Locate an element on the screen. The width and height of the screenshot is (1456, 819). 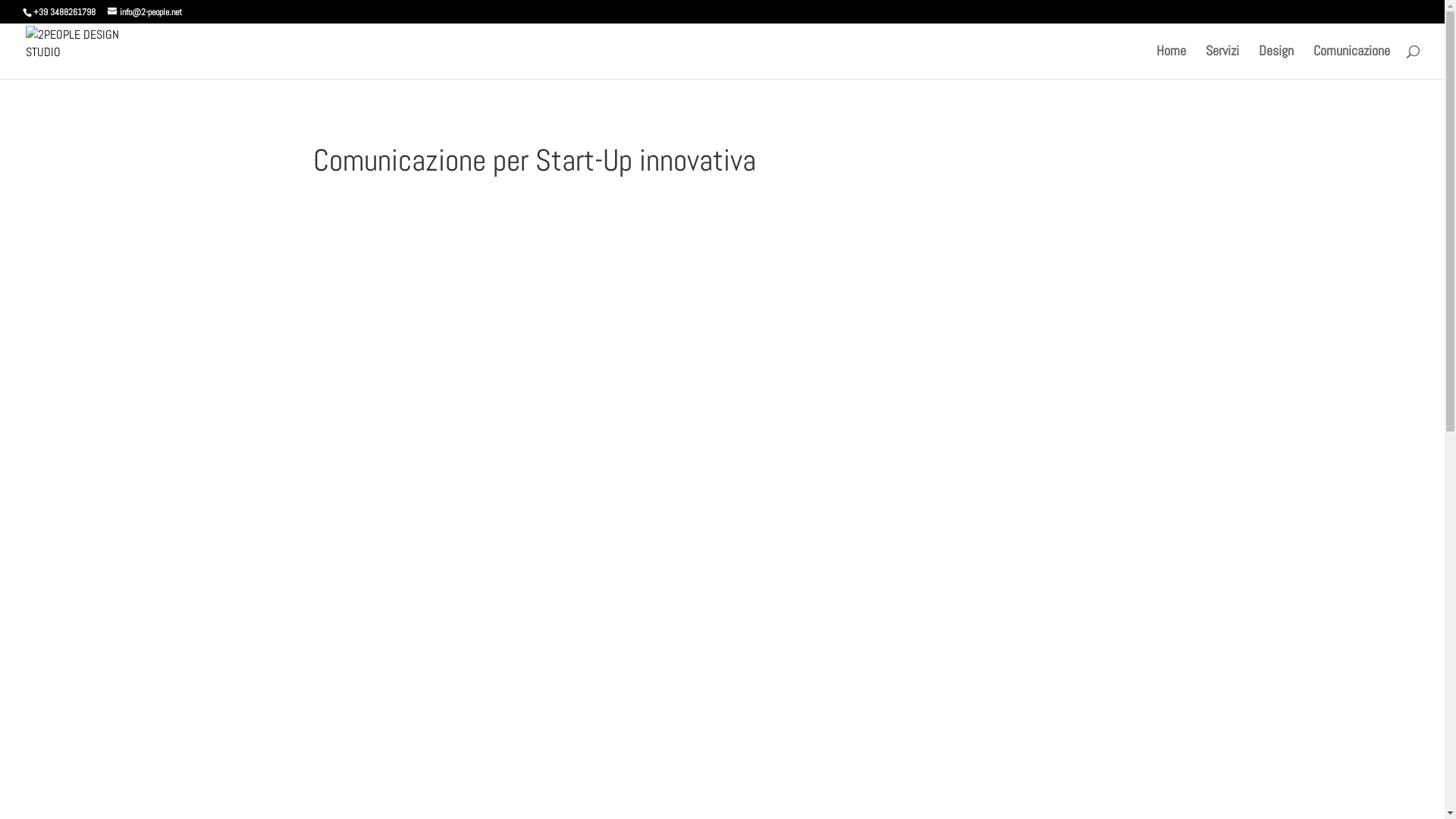
'info@2-people.net' is located at coordinates (145, 11).